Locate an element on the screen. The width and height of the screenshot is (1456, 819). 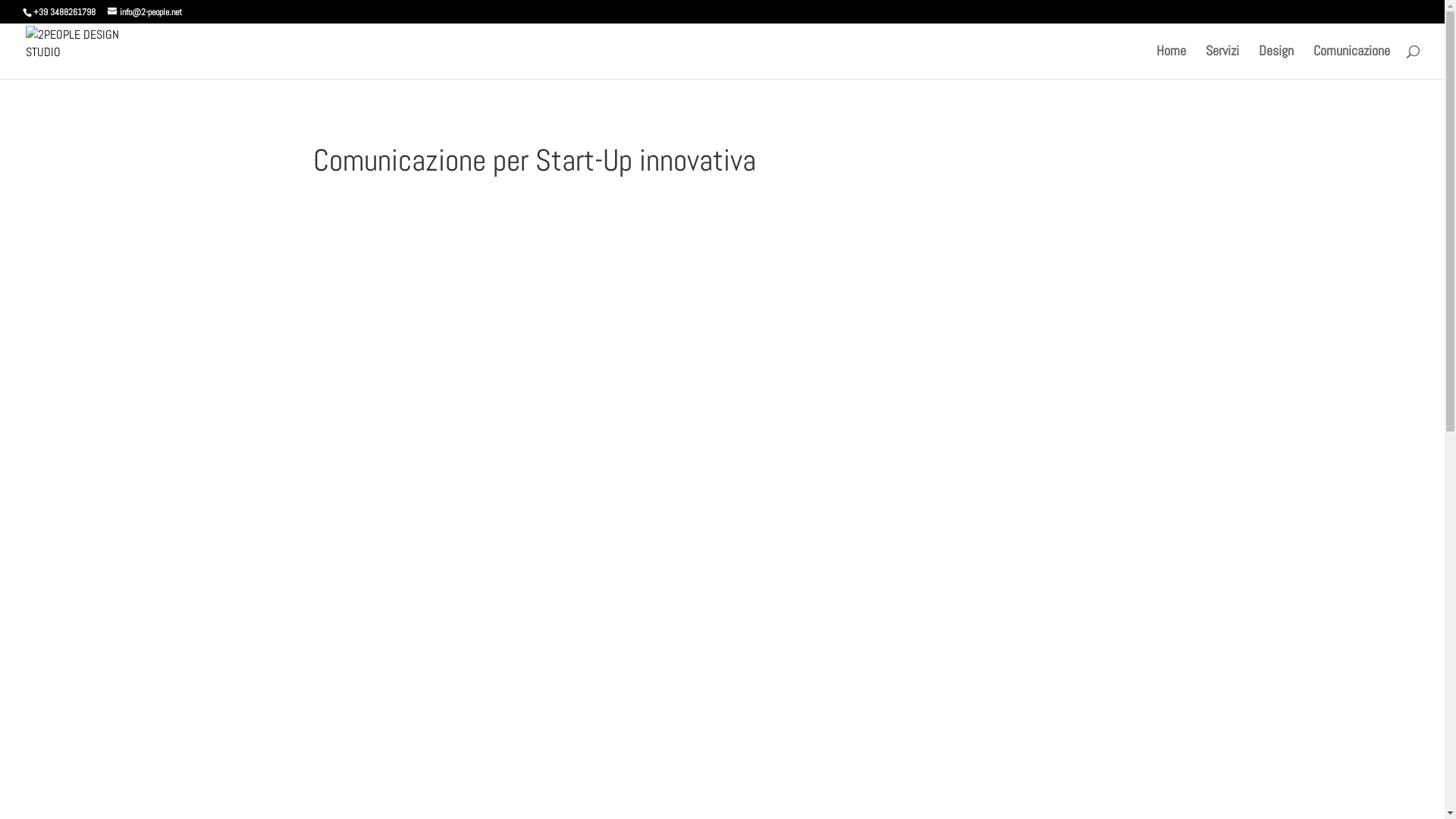
'info@2-people.net' is located at coordinates (145, 11).